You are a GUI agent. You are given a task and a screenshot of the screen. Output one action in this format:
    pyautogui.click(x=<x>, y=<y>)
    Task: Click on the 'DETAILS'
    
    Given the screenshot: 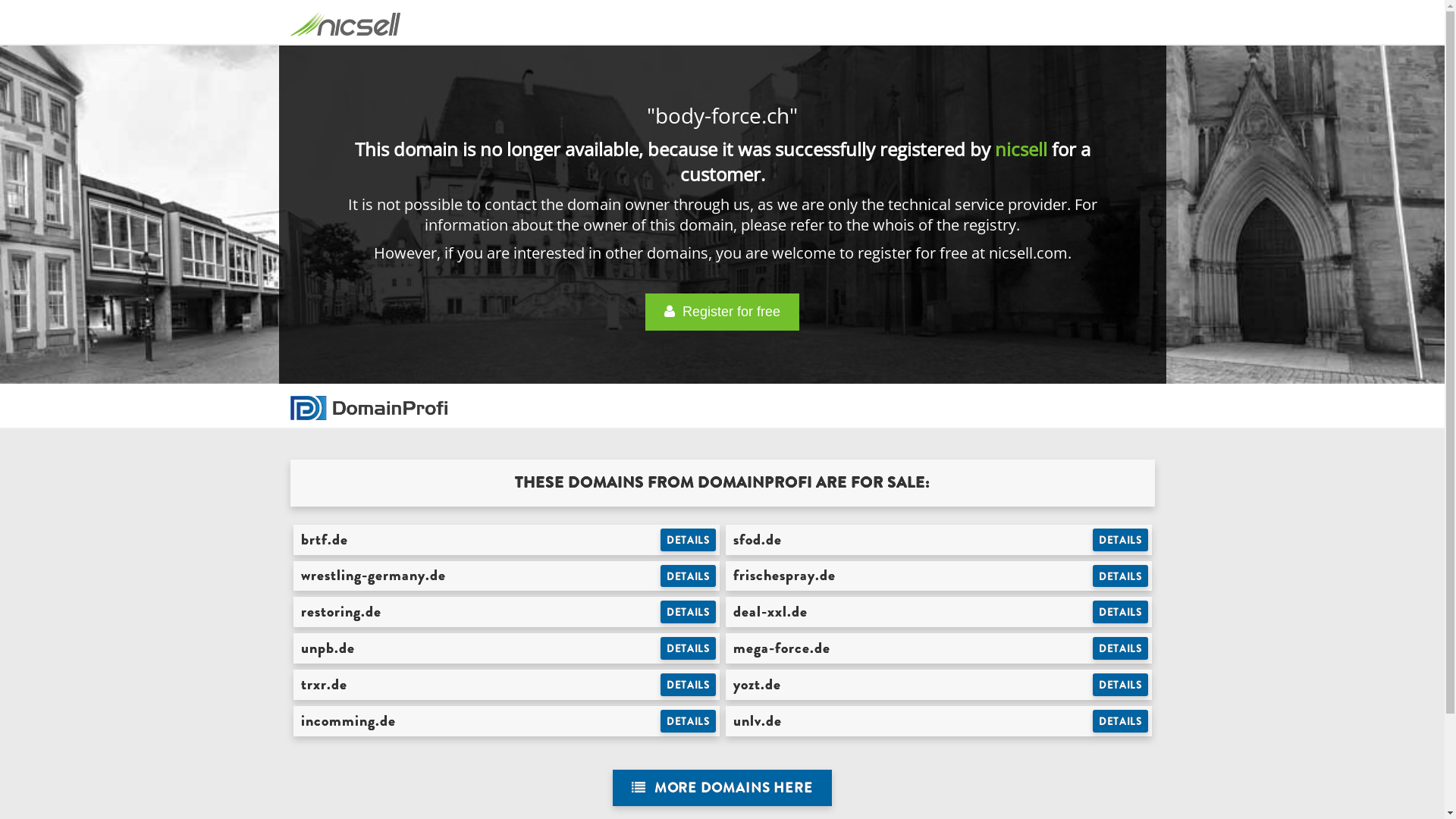 What is the action you would take?
    pyautogui.click(x=687, y=576)
    